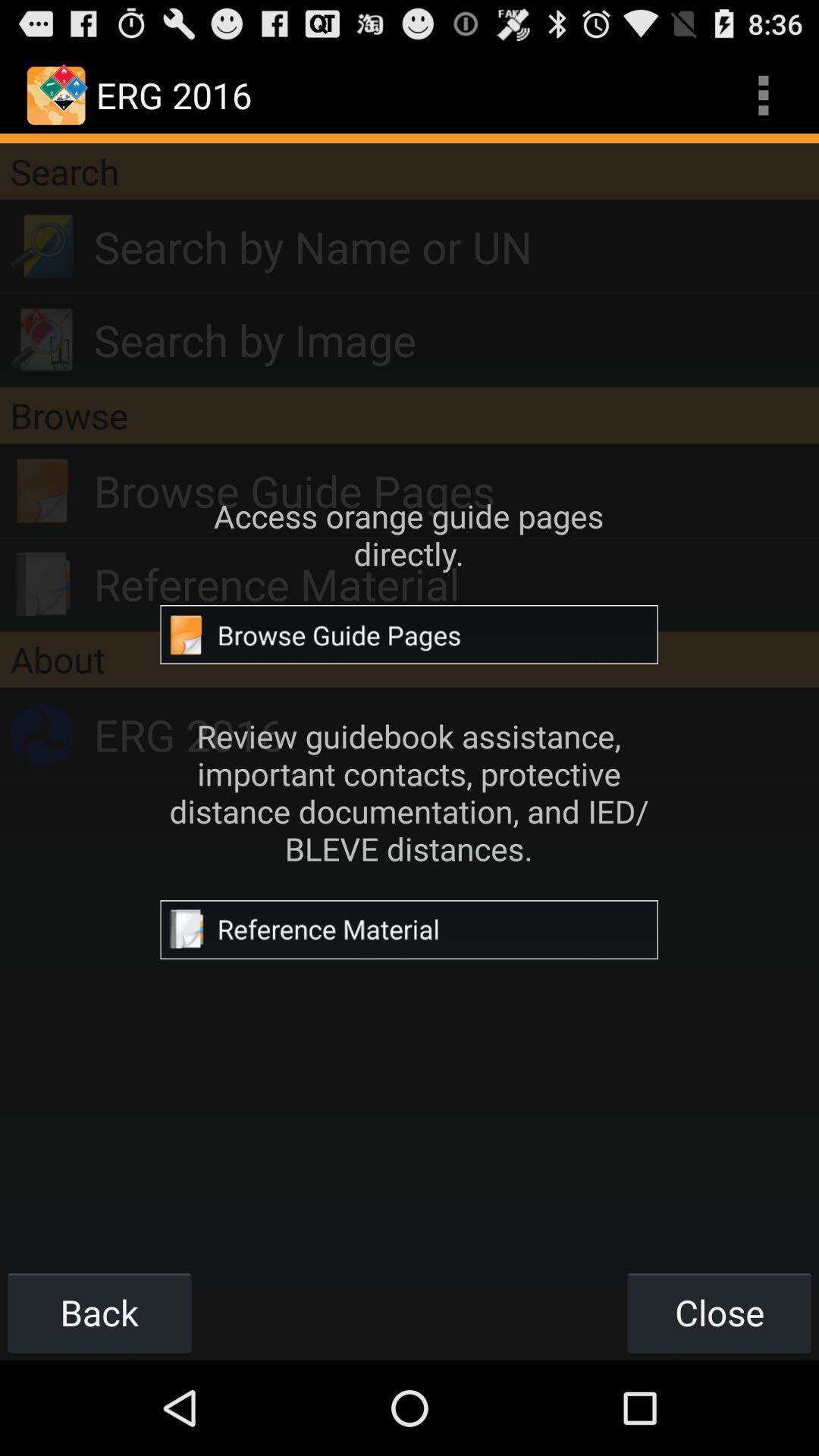  What do you see at coordinates (763, 94) in the screenshot?
I see `the app above the search icon` at bounding box center [763, 94].